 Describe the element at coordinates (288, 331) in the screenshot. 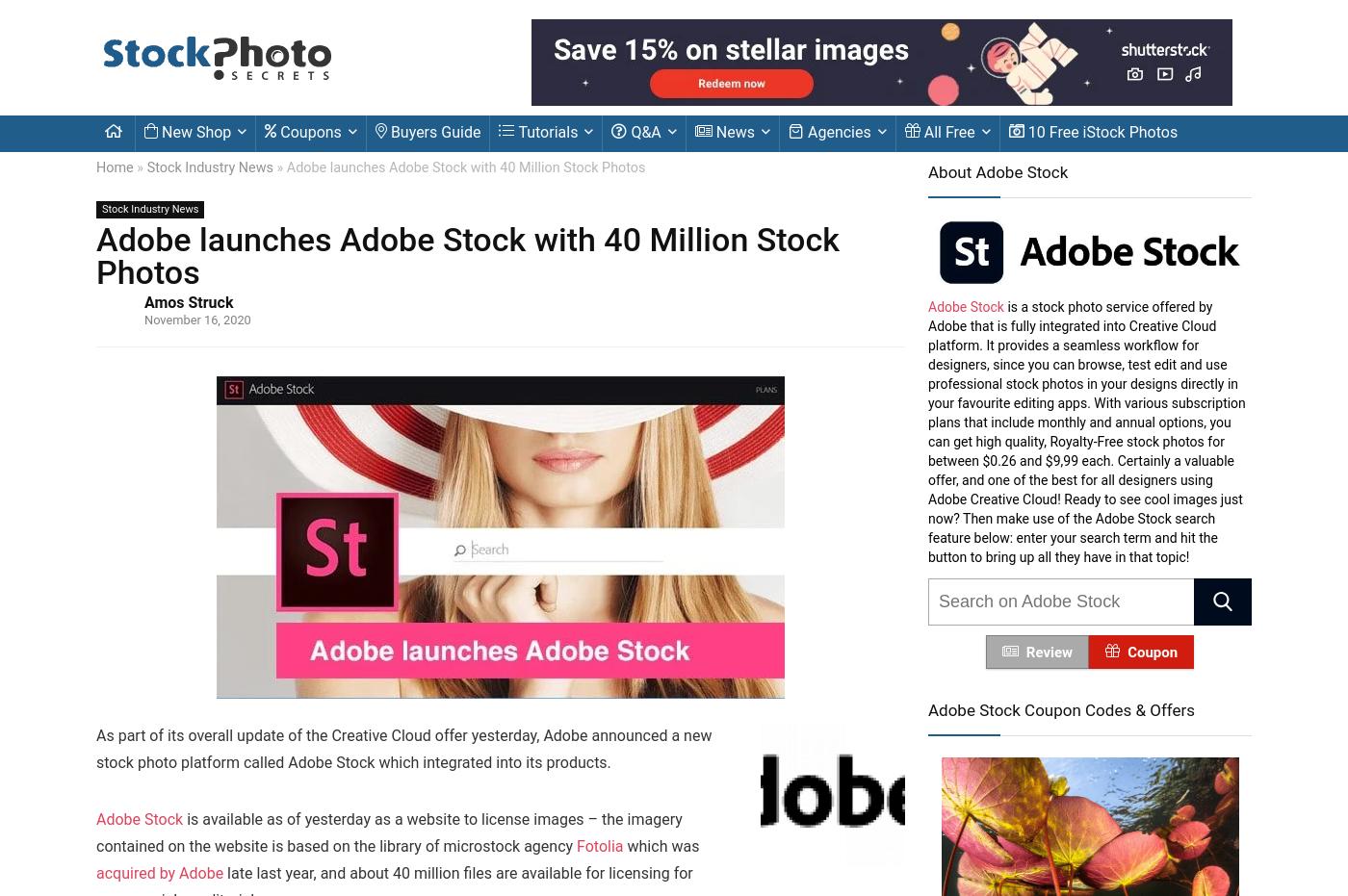

I see `'Adobe Stock review'` at that location.